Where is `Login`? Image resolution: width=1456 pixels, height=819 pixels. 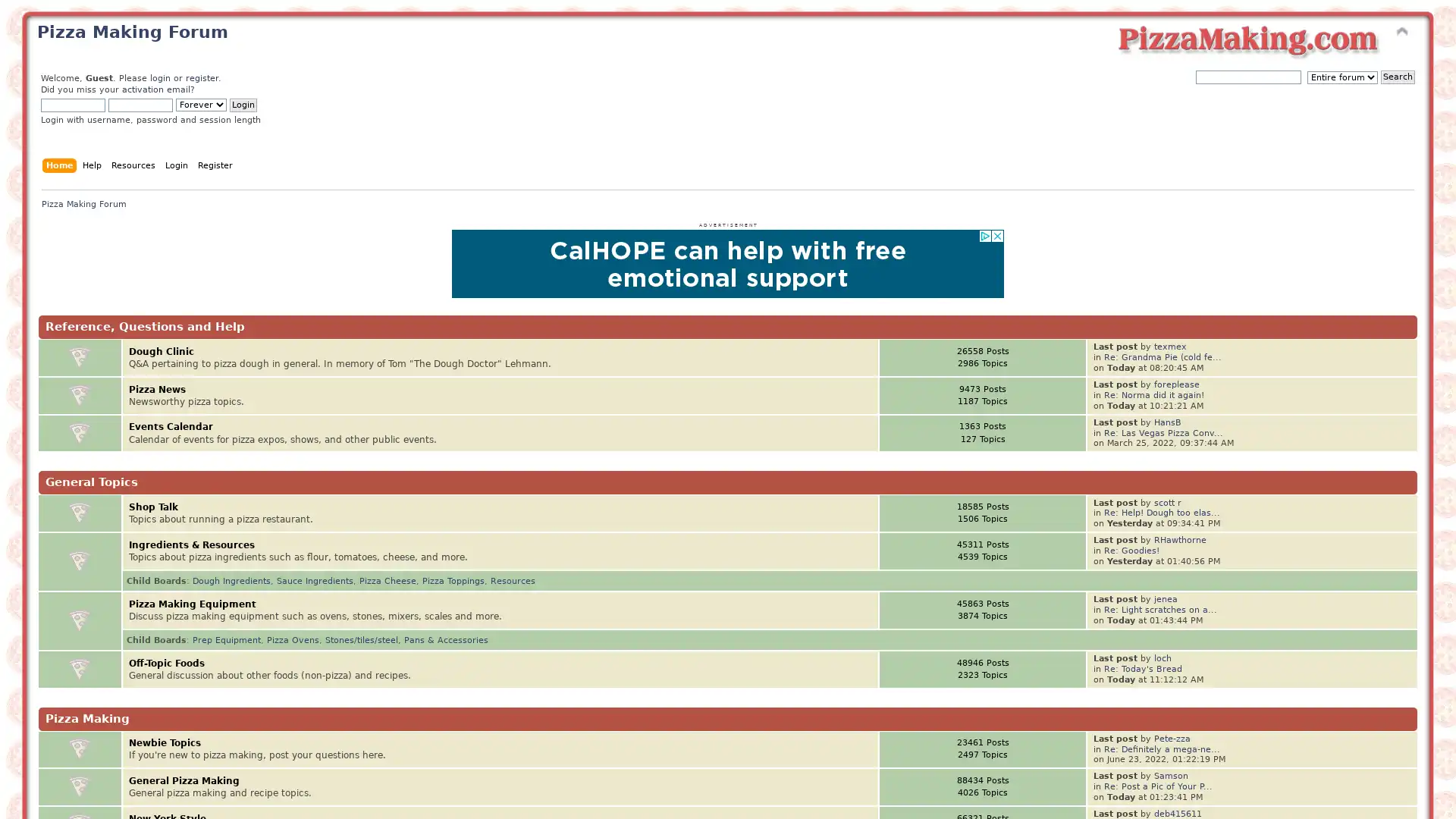 Login is located at coordinates (243, 104).